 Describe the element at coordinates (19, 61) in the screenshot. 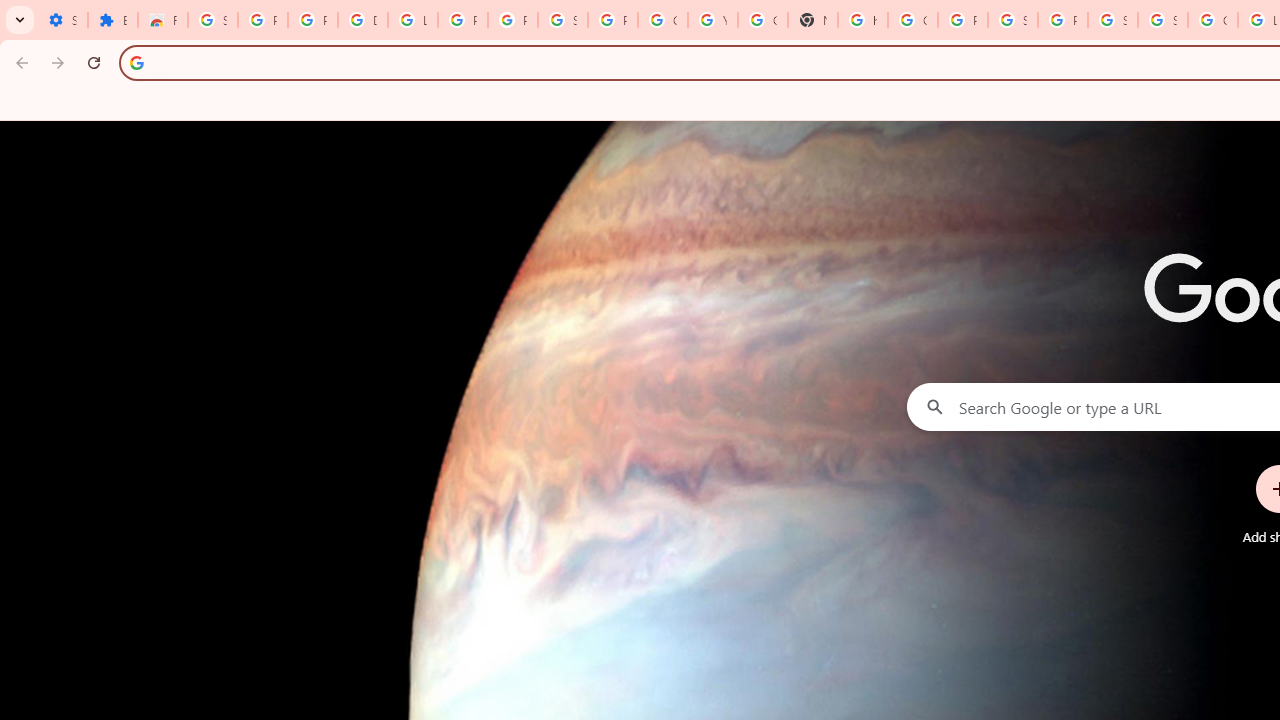

I see `'Back'` at that location.